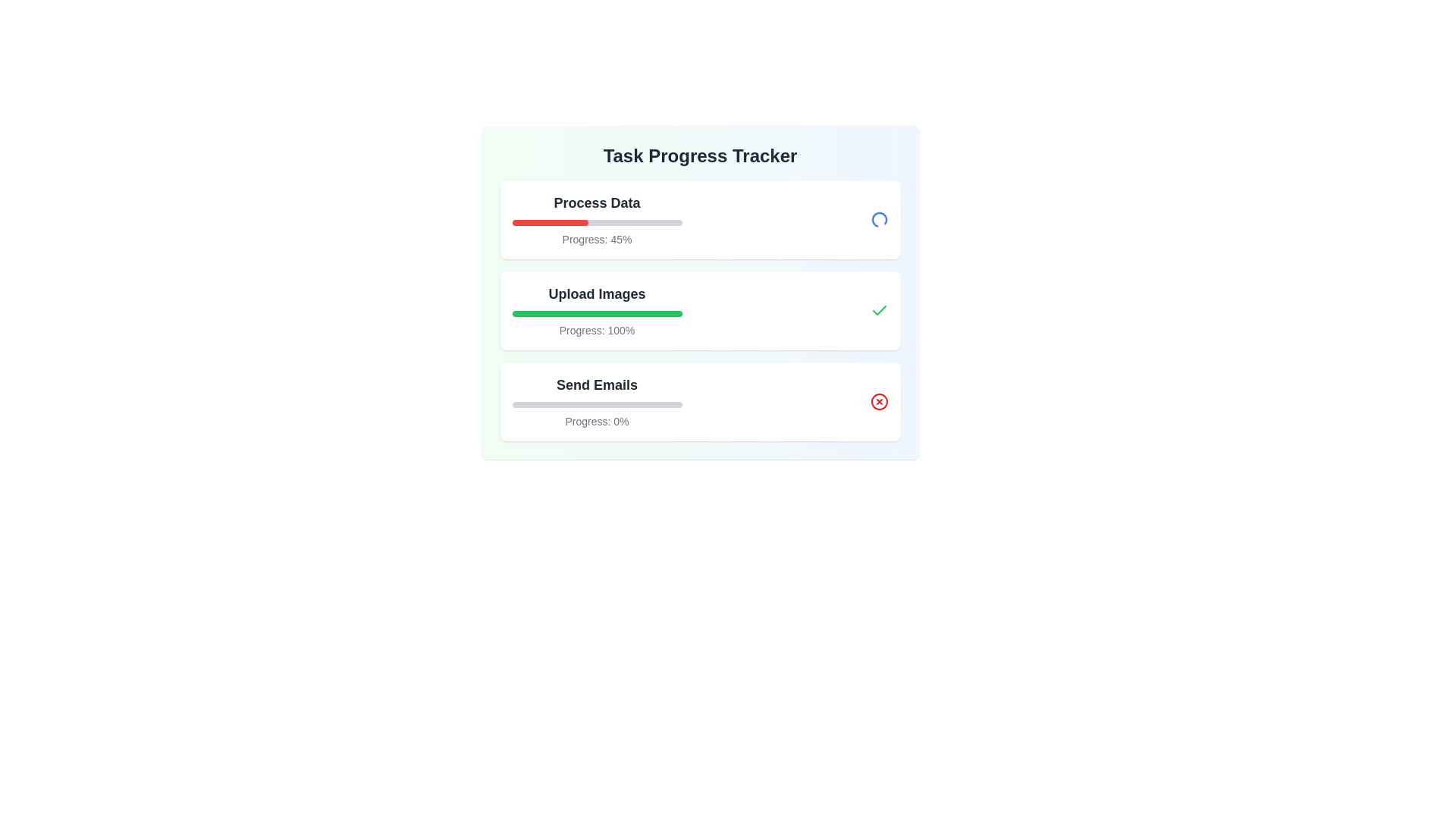 This screenshot has height=819, width=1456. Describe the element at coordinates (879, 309) in the screenshot. I see `the green checkmark icon located in the right corner of the 'Upload Images' status card, which indicates a completion status of 100%` at that location.